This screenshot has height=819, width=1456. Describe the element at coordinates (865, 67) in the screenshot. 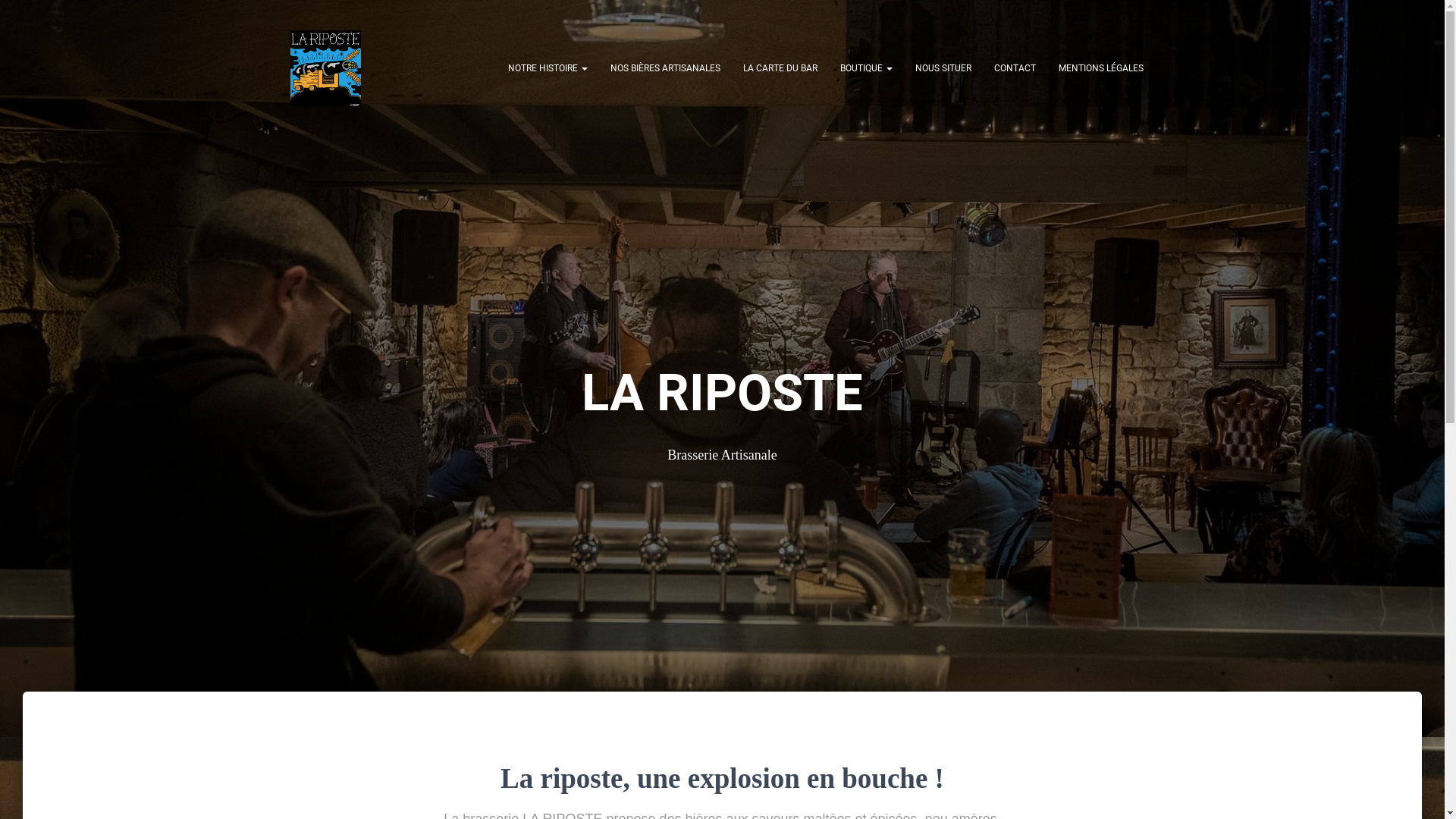

I see `'BOUTIQUE'` at that location.